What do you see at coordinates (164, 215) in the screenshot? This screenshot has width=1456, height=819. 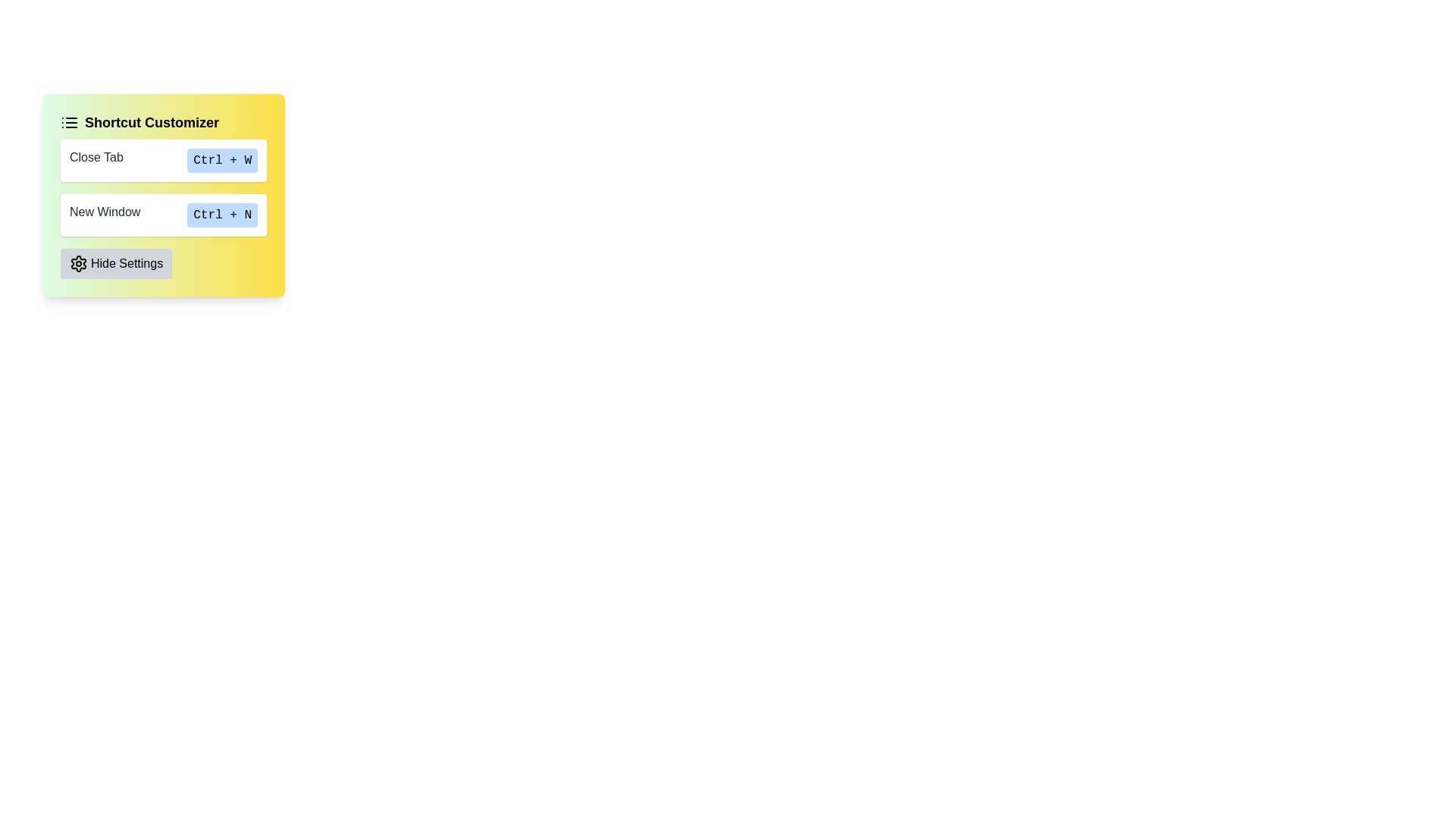 I see `the 'New Window' shortcut display element, which shows 'New Window' and 'Ctrl + N' on a pale blue background, positioned in the second slot of the shortcut buttons list` at bounding box center [164, 215].